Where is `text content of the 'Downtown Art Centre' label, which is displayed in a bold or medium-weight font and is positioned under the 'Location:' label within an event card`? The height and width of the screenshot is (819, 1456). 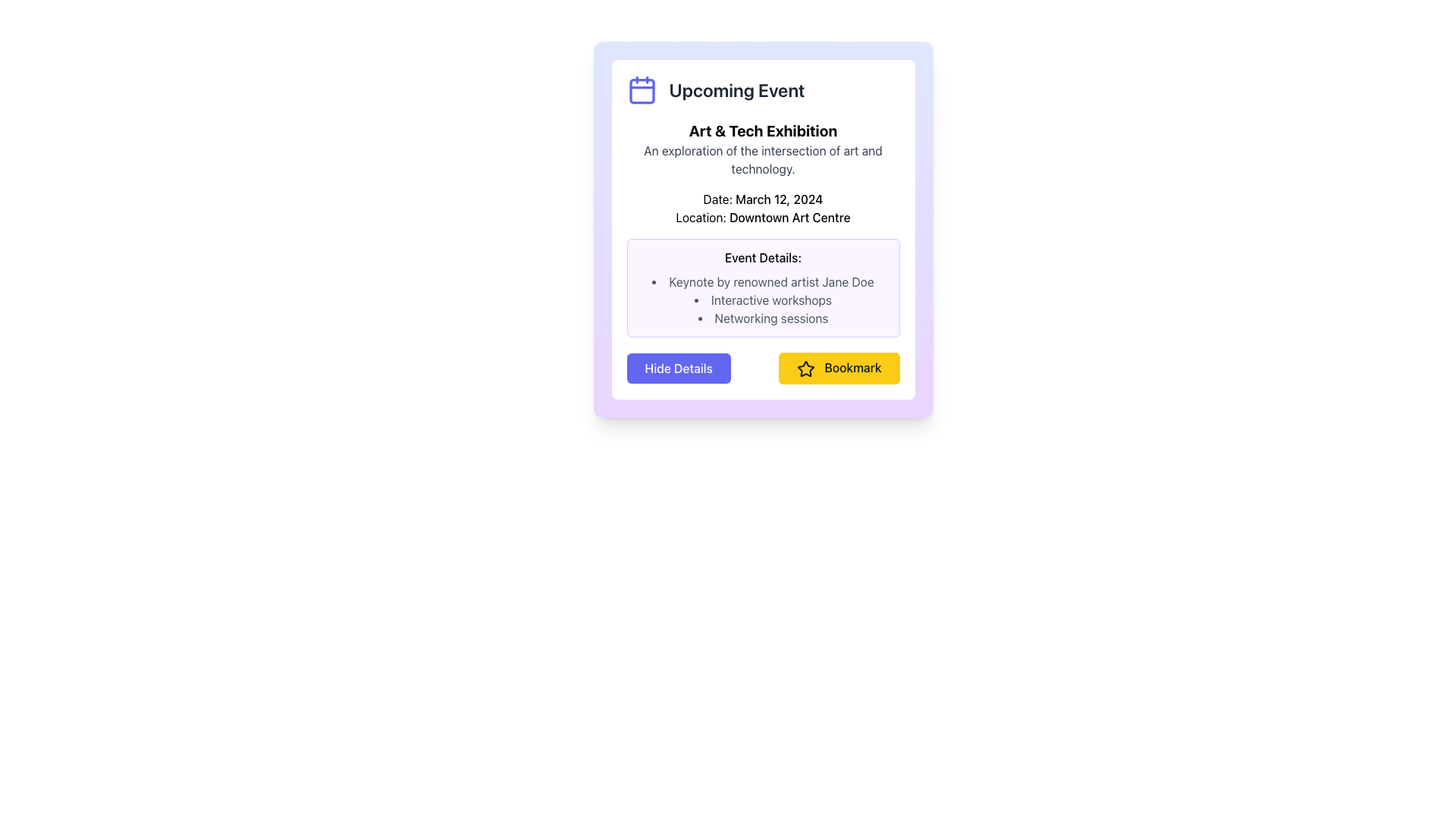 text content of the 'Downtown Art Centre' label, which is displayed in a bold or medium-weight font and is positioned under the 'Location:' label within an event card is located at coordinates (789, 217).